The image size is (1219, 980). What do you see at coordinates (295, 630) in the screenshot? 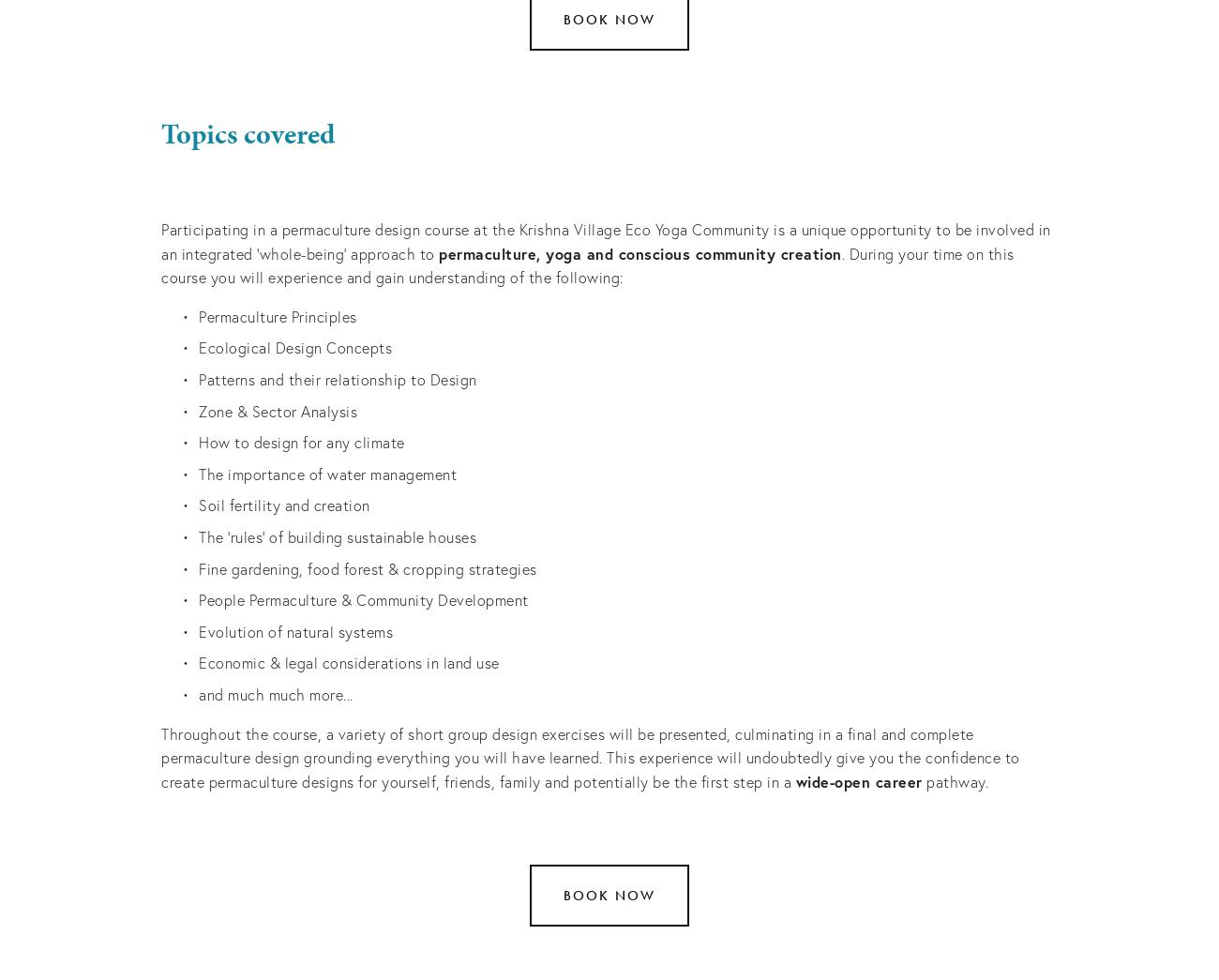
I see `'Evolution of natural systems'` at bounding box center [295, 630].